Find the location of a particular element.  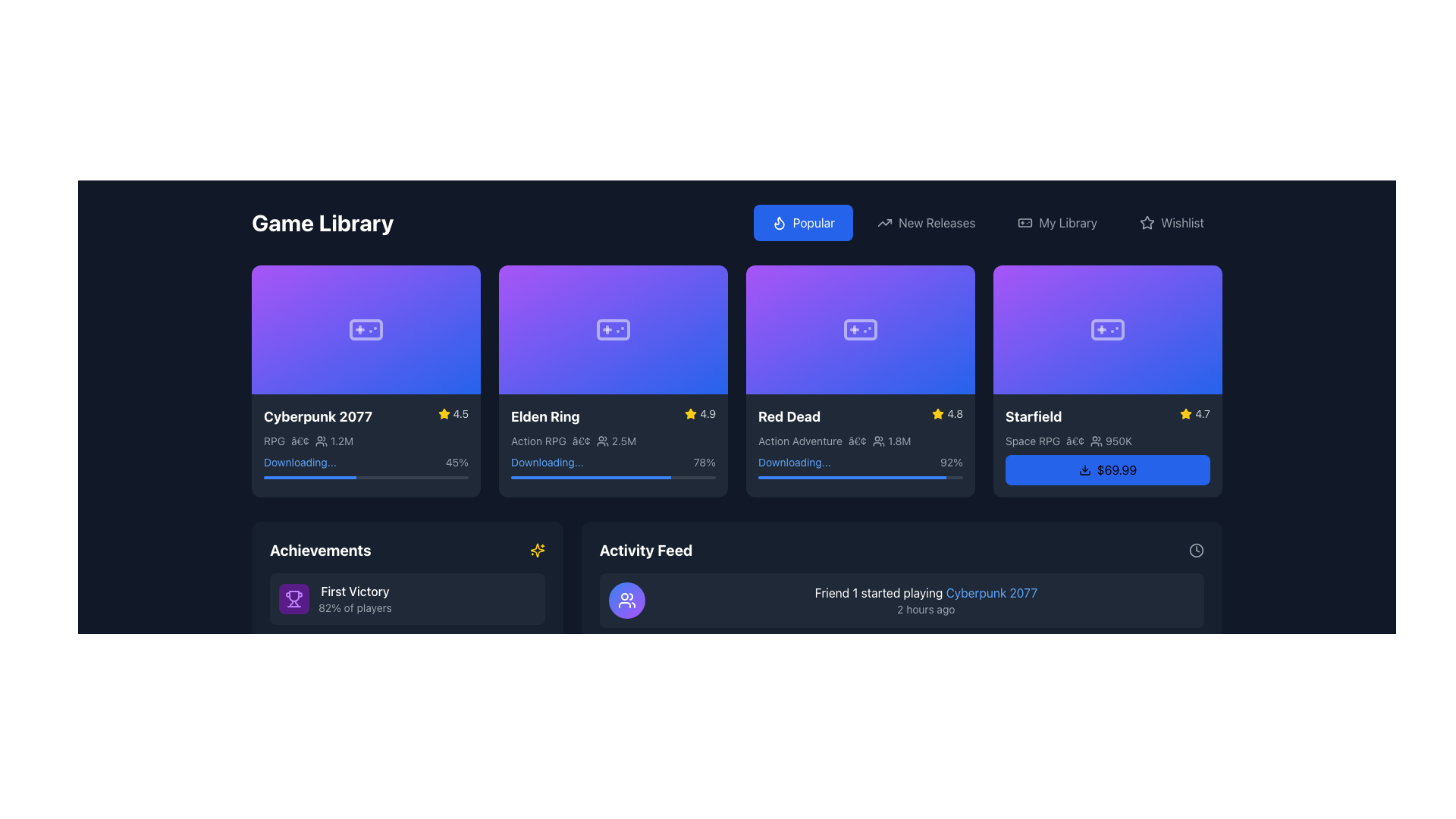

the progress indicator located on the third card from the left in the row underneath the 'Popular' section, which visually represents 78% completion in a narrow progress bar is located at coordinates (590, 476).